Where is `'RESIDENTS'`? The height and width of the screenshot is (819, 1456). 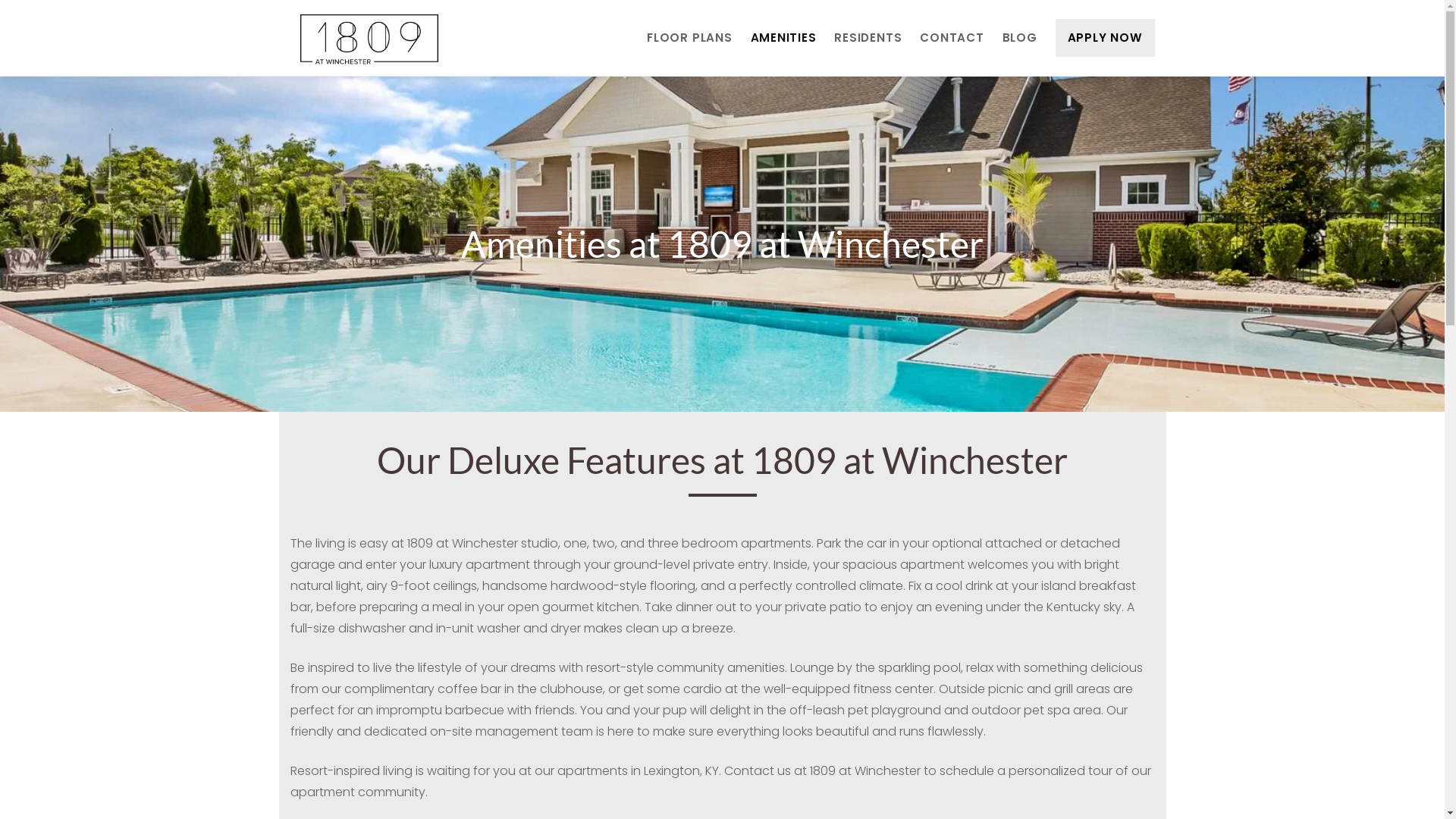 'RESIDENTS' is located at coordinates (868, 37).